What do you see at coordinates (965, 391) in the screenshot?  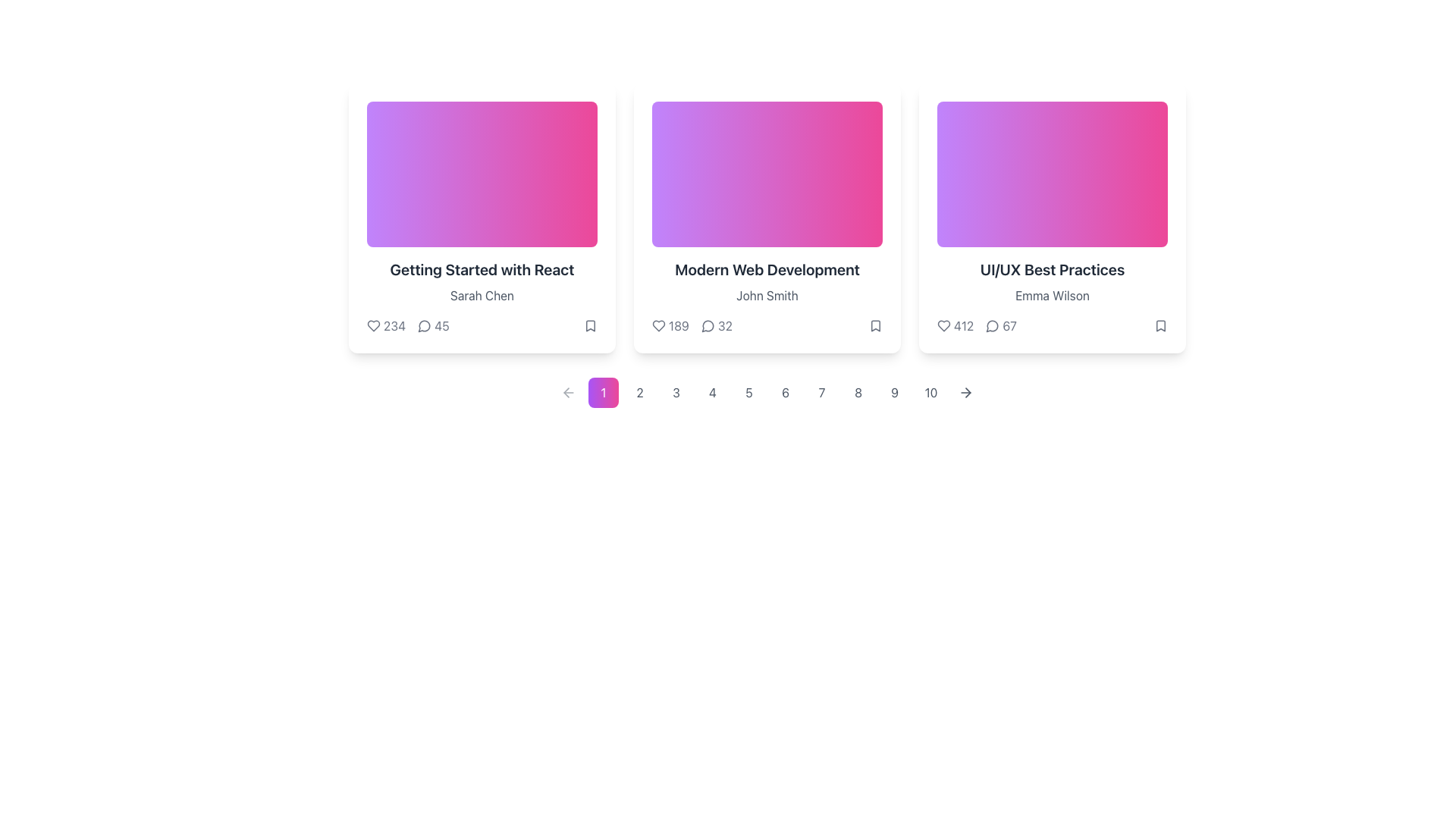 I see `the forward navigation button located to the right of the number '10' in the pagination control bar` at bounding box center [965, 391].